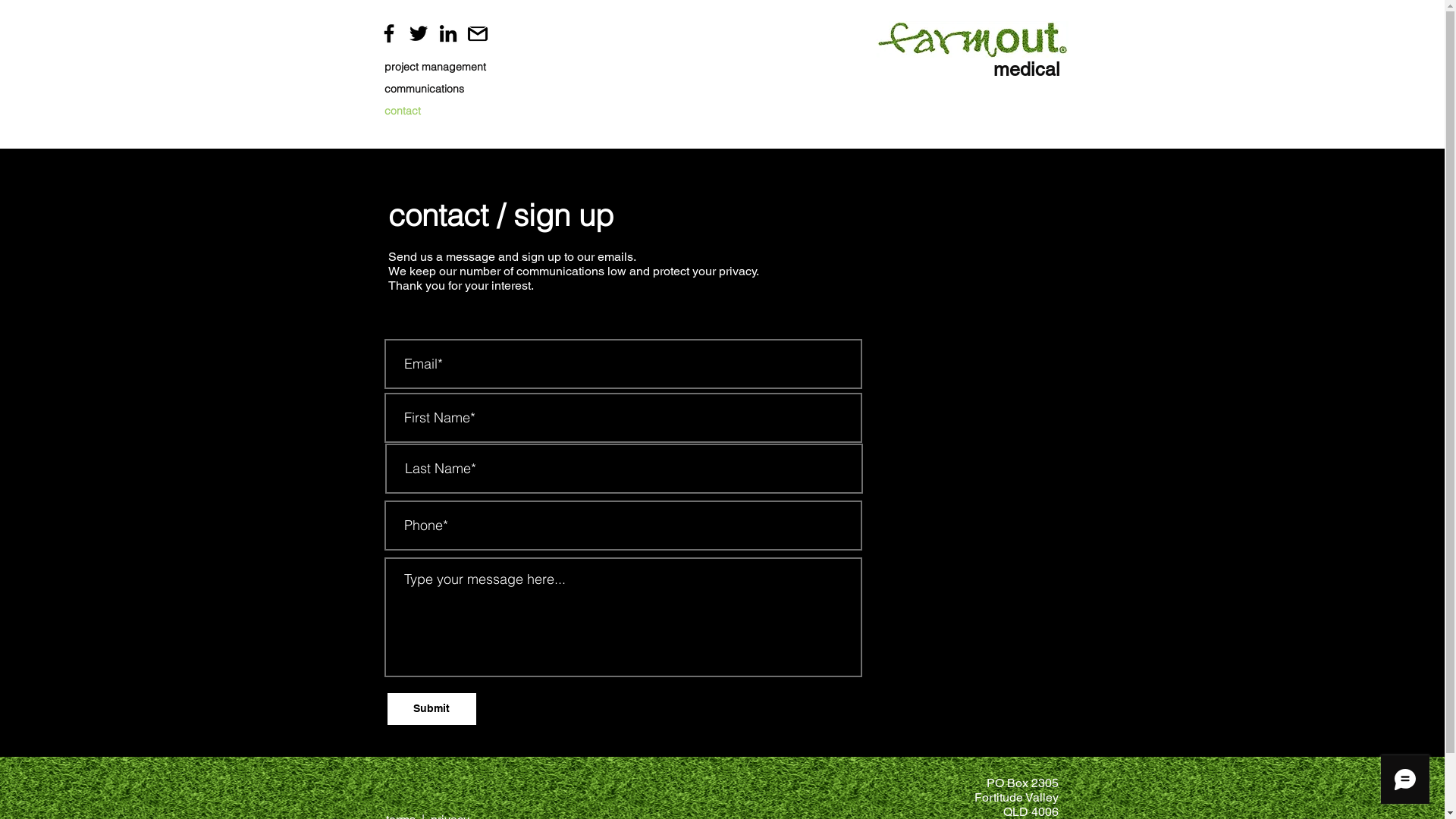 The width and height of the screenshot is (1456, 819). Describe the element at coordinates (386, 708) in the screenshot. I see `'Submit'` at that location.